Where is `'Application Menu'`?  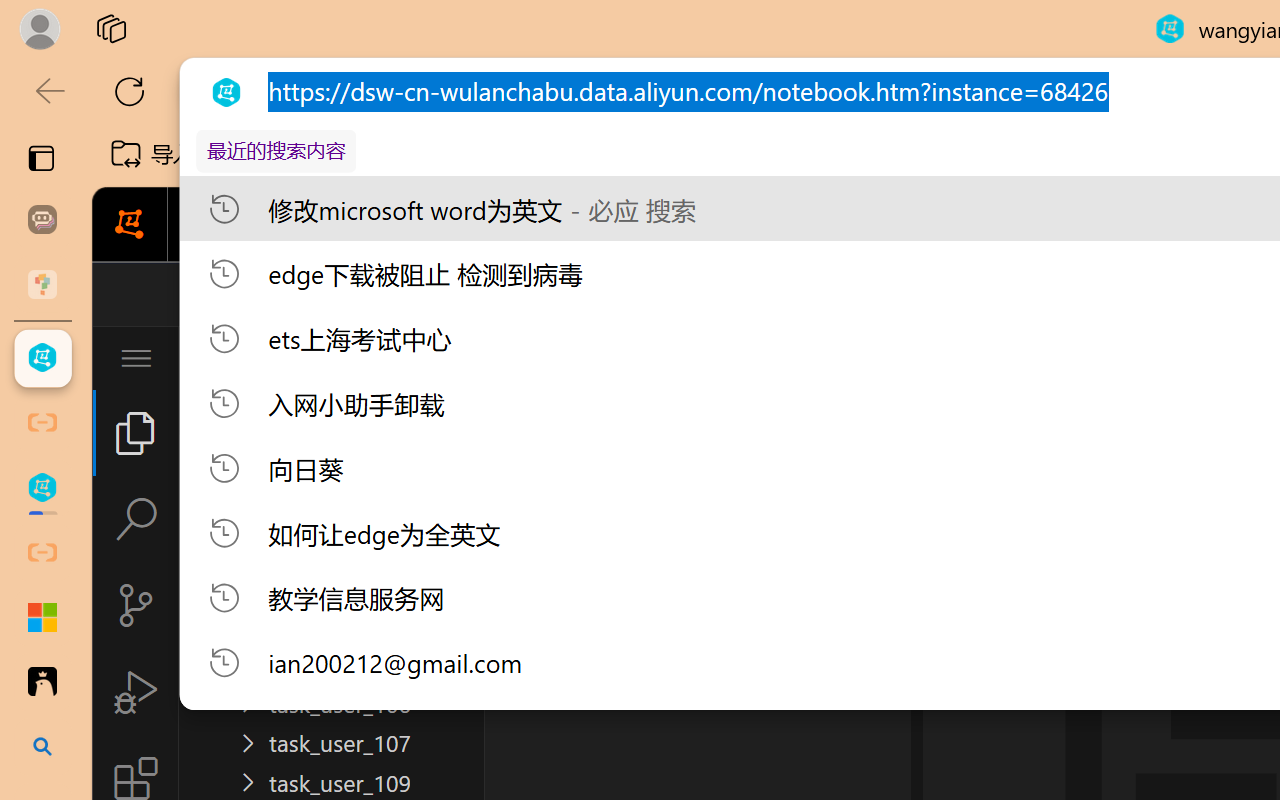
'Application Menu' is located at coordinates (134, 358).